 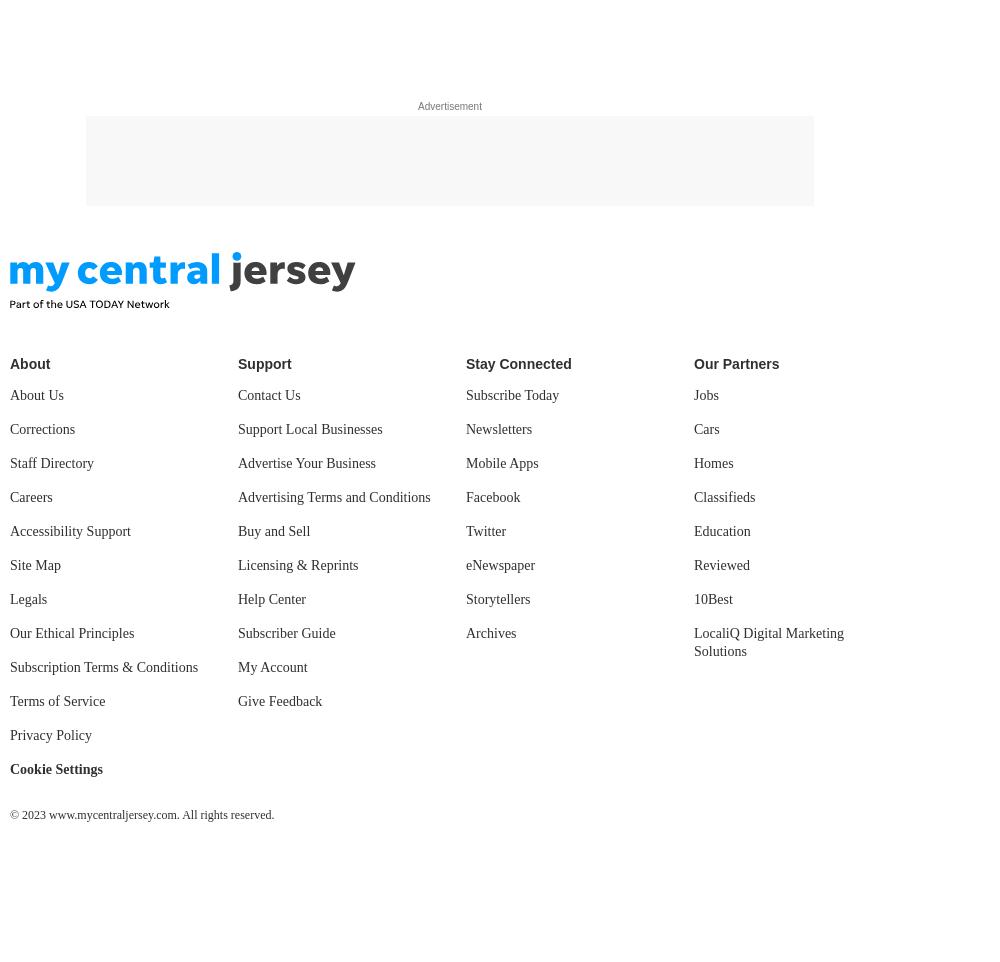 What do you see at coordinates (69, 531) in the screenshot?
I see `'Accessibility Support'` at bounding box center [69, 531].